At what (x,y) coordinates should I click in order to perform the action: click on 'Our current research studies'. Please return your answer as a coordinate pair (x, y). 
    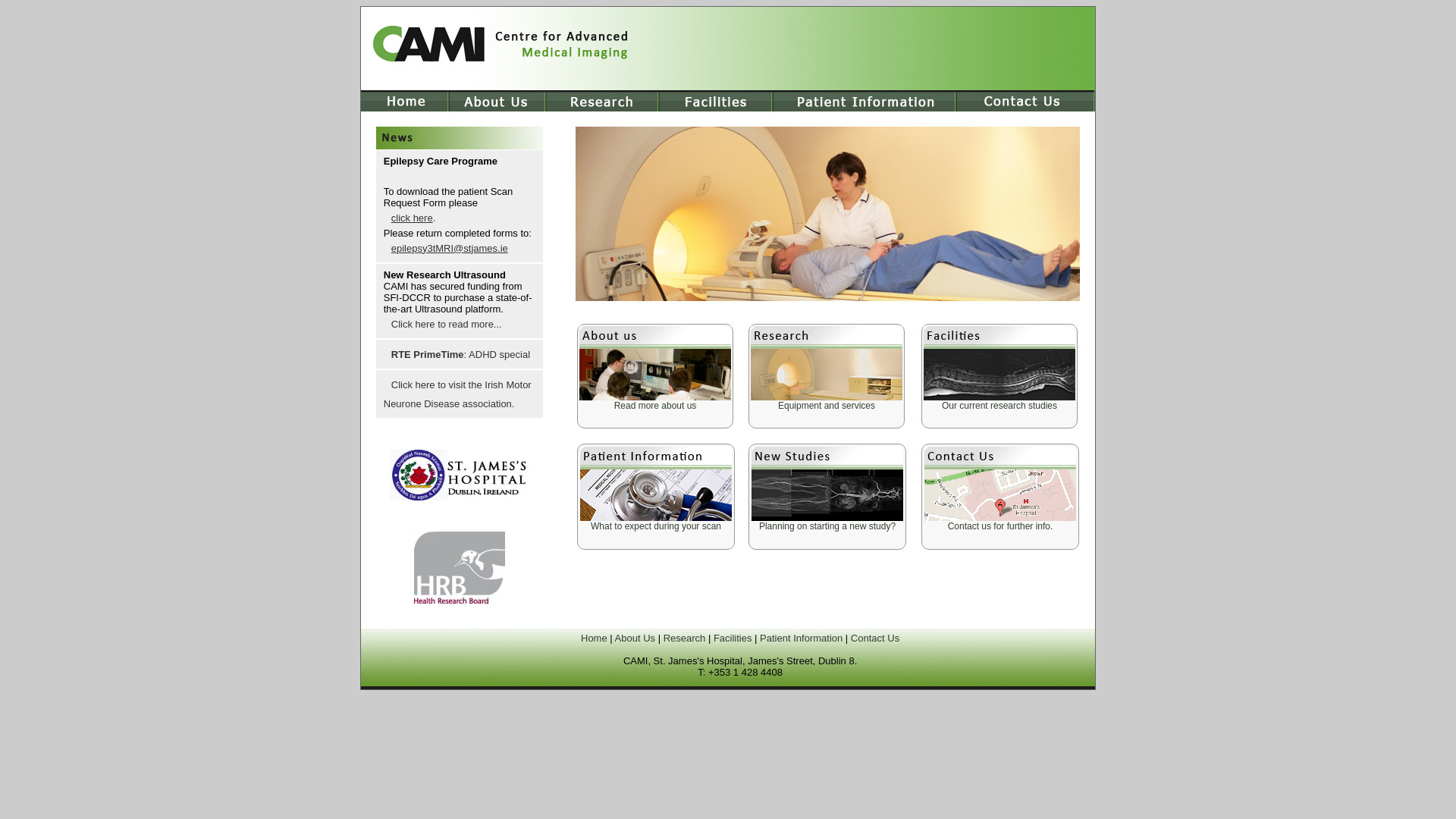
    Looking at the image, I should click on (999, 405).